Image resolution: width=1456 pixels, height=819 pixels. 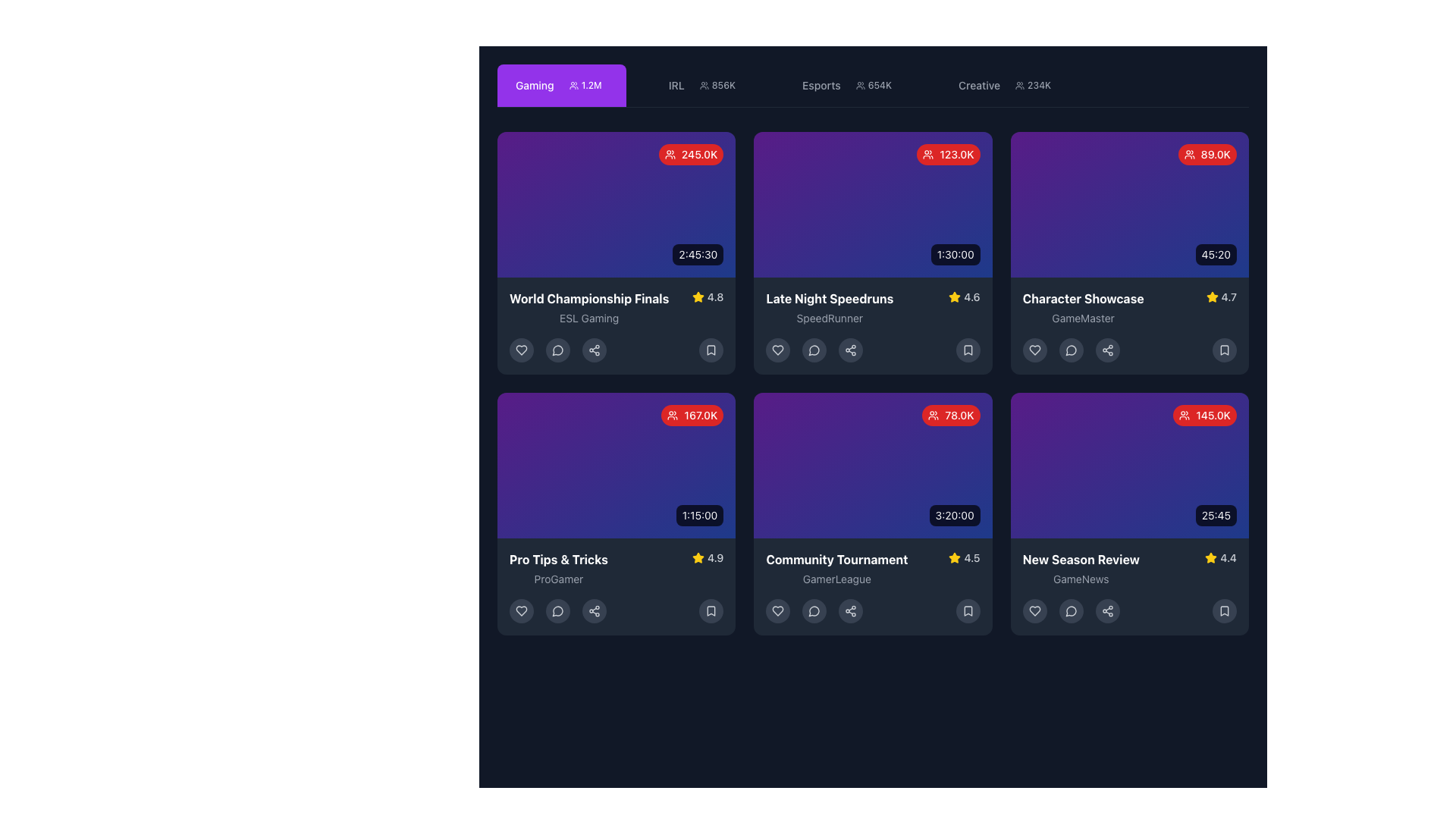 I want to click on the circular button with a dark gray background and share icon located in the bottom row of action buttons below the 'Pro Tips & Tricks' card, so click(x=593, y=610).